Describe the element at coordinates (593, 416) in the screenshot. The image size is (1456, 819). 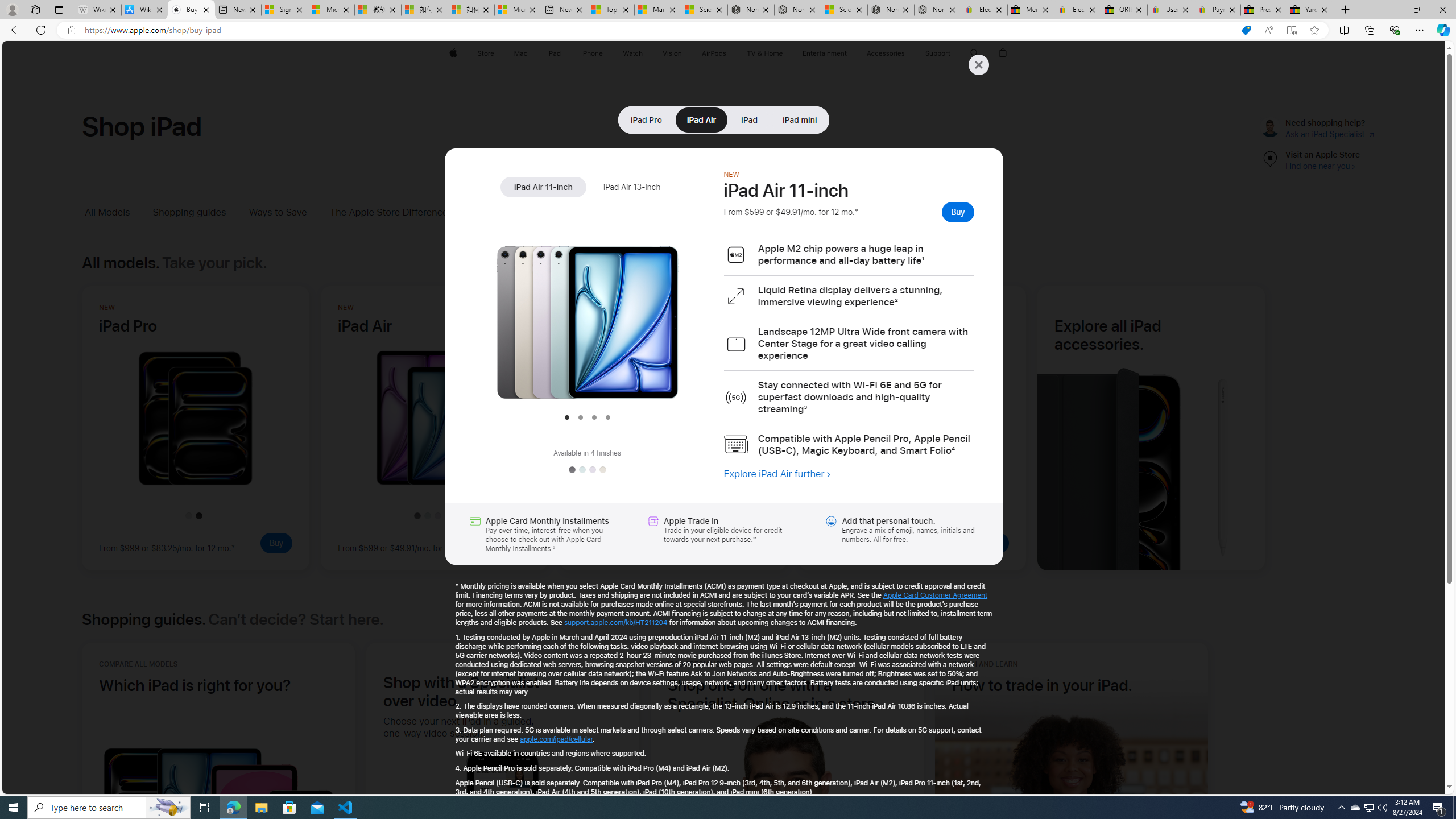
I see `'Item 3'` at that location.